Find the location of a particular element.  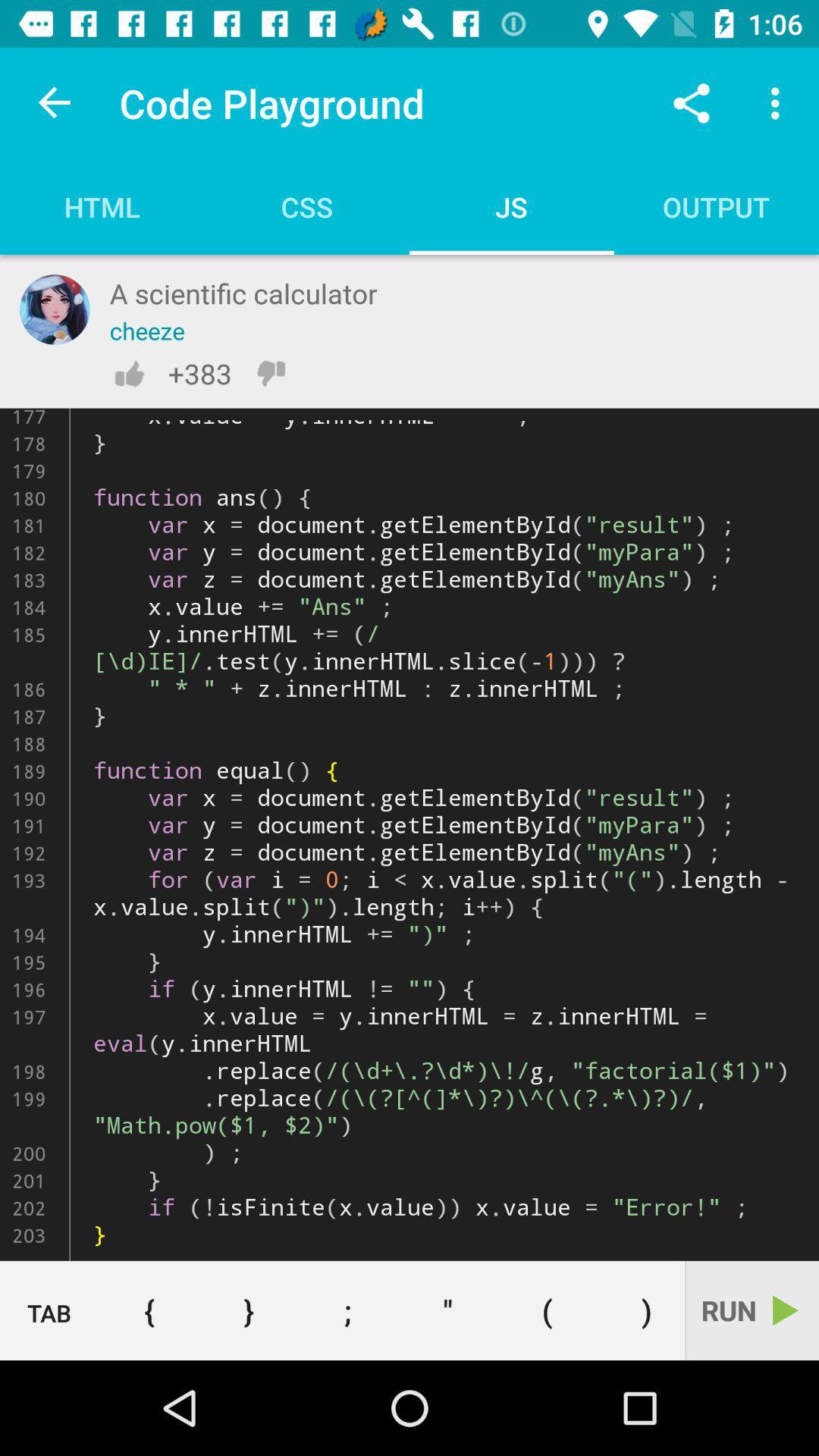

" icon is located at coordinates (447, 1310).